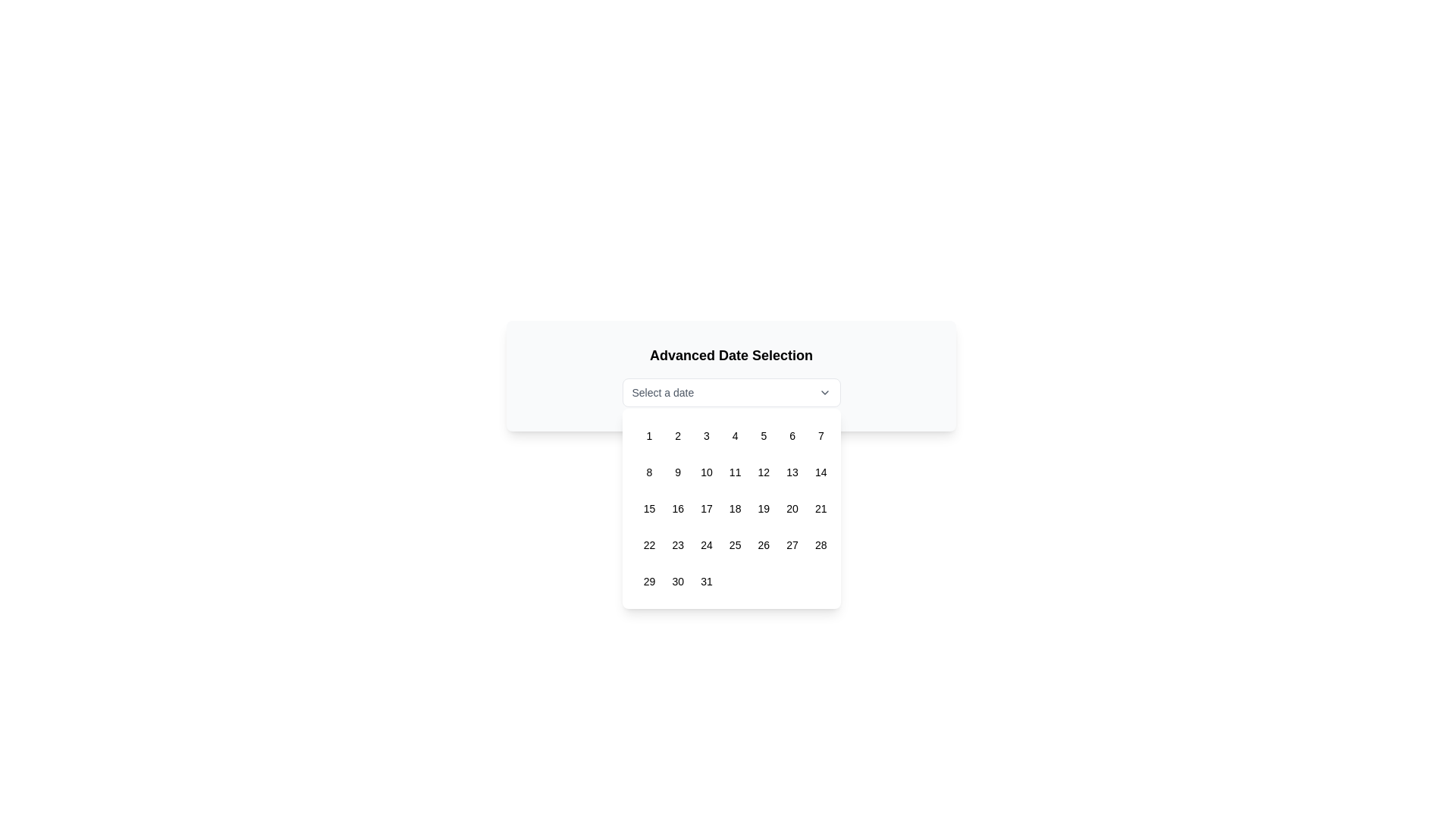 This screenshot has width=1456, height=819. I want to click on the small square-shaped button with rounded corners containing the number '28', so click(820, 544).